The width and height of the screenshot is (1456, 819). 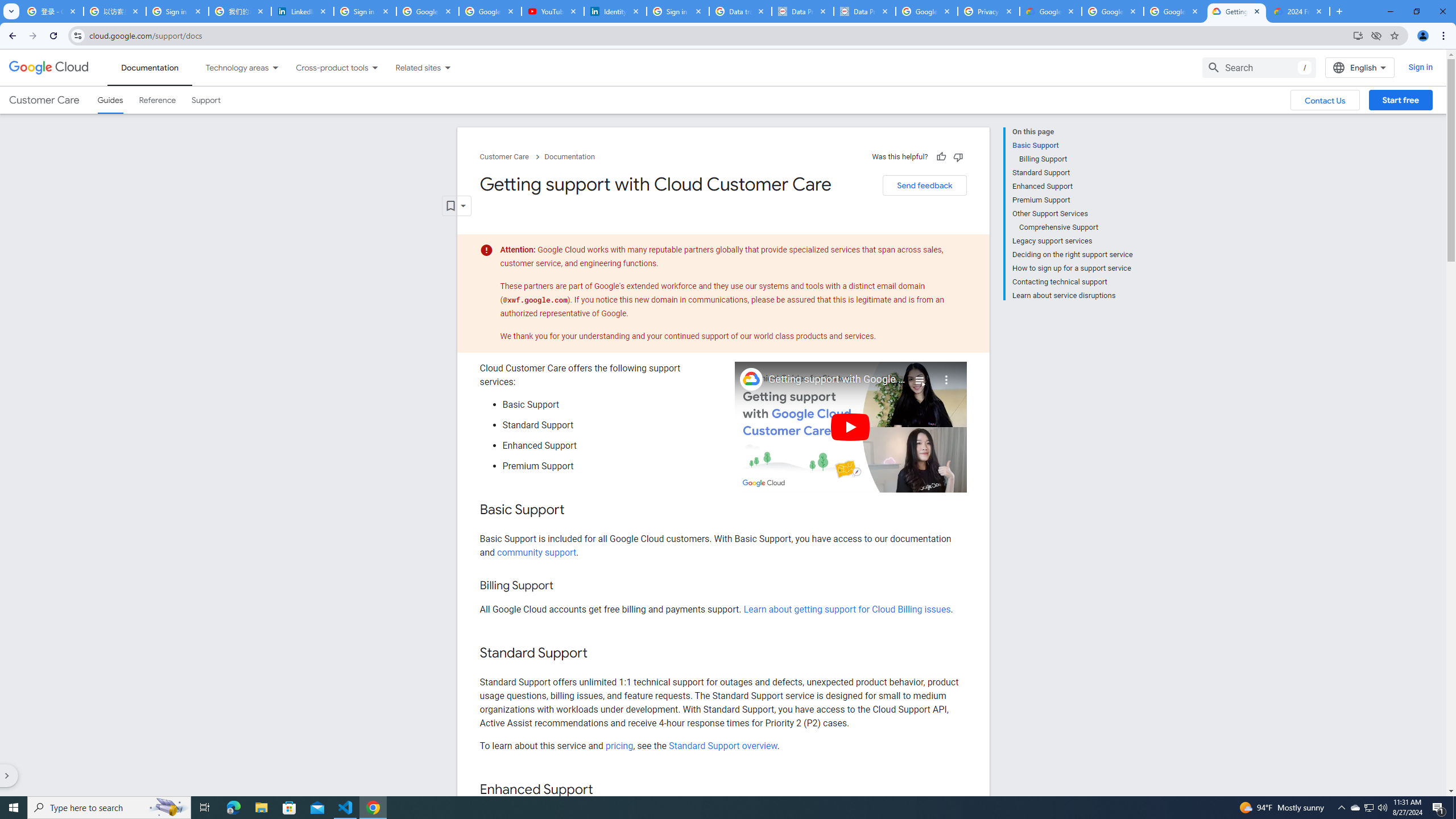 I want to click on 'Install Google Cloud', so click(x=1358, y=35).